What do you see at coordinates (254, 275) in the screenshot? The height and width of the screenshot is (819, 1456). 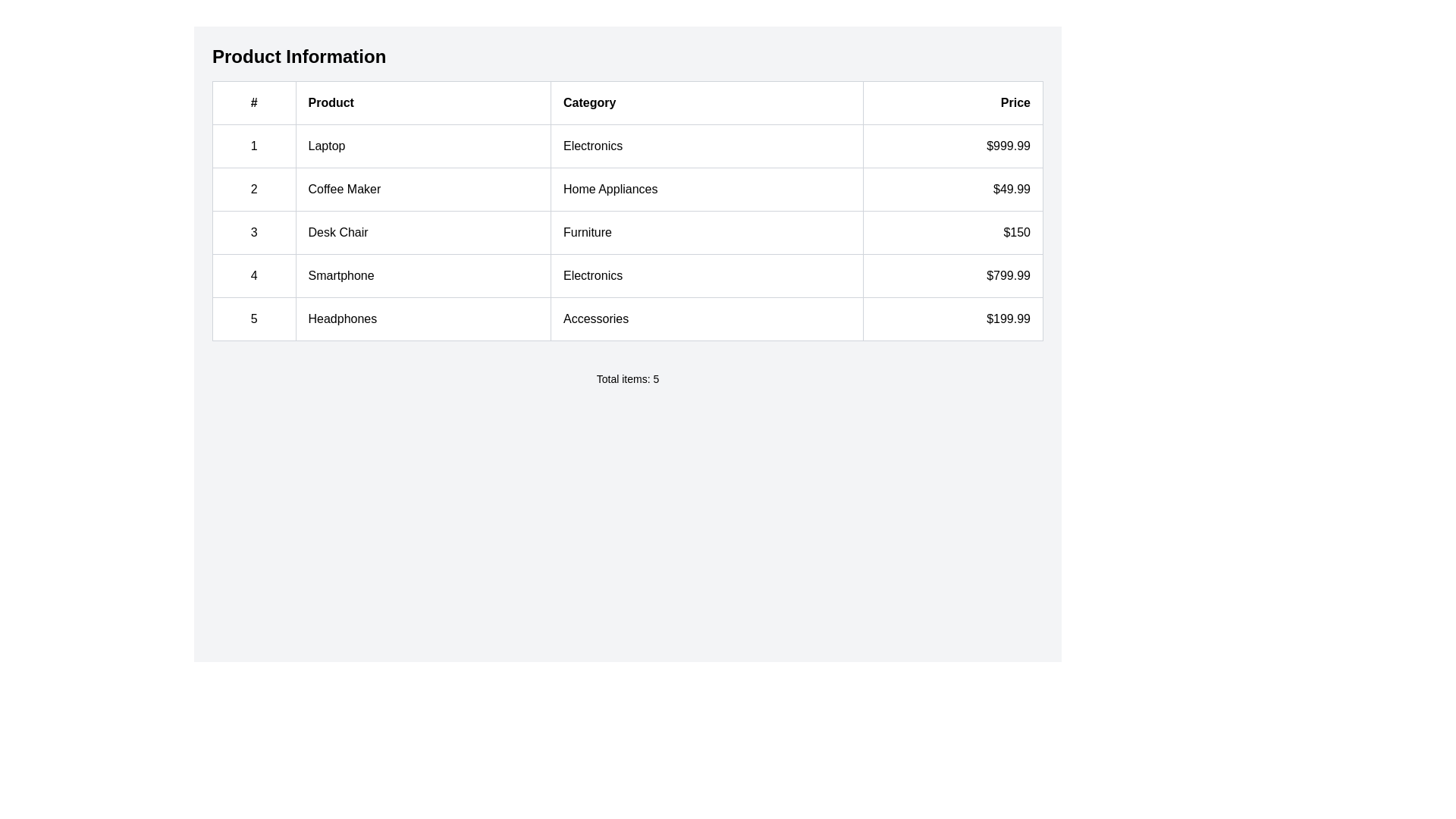 I see `the label indicating the position '4' in the leftmost column of the fourth row in the table` at bounding box center [254, 275].